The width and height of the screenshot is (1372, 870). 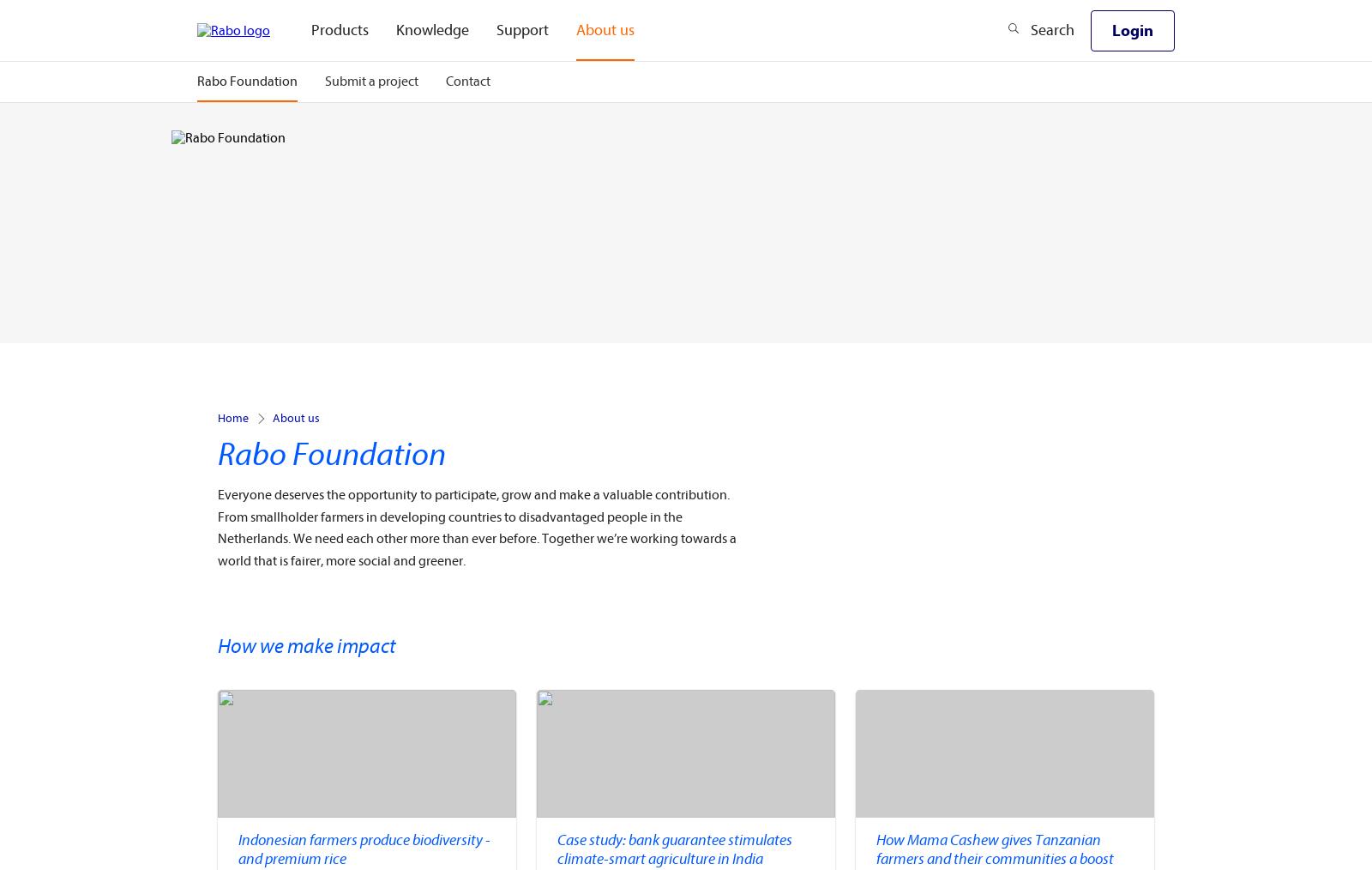 What do you see at coordinates (496, 29) in the screenshot?
I see `'Support'` at bounding box center [496, 29].